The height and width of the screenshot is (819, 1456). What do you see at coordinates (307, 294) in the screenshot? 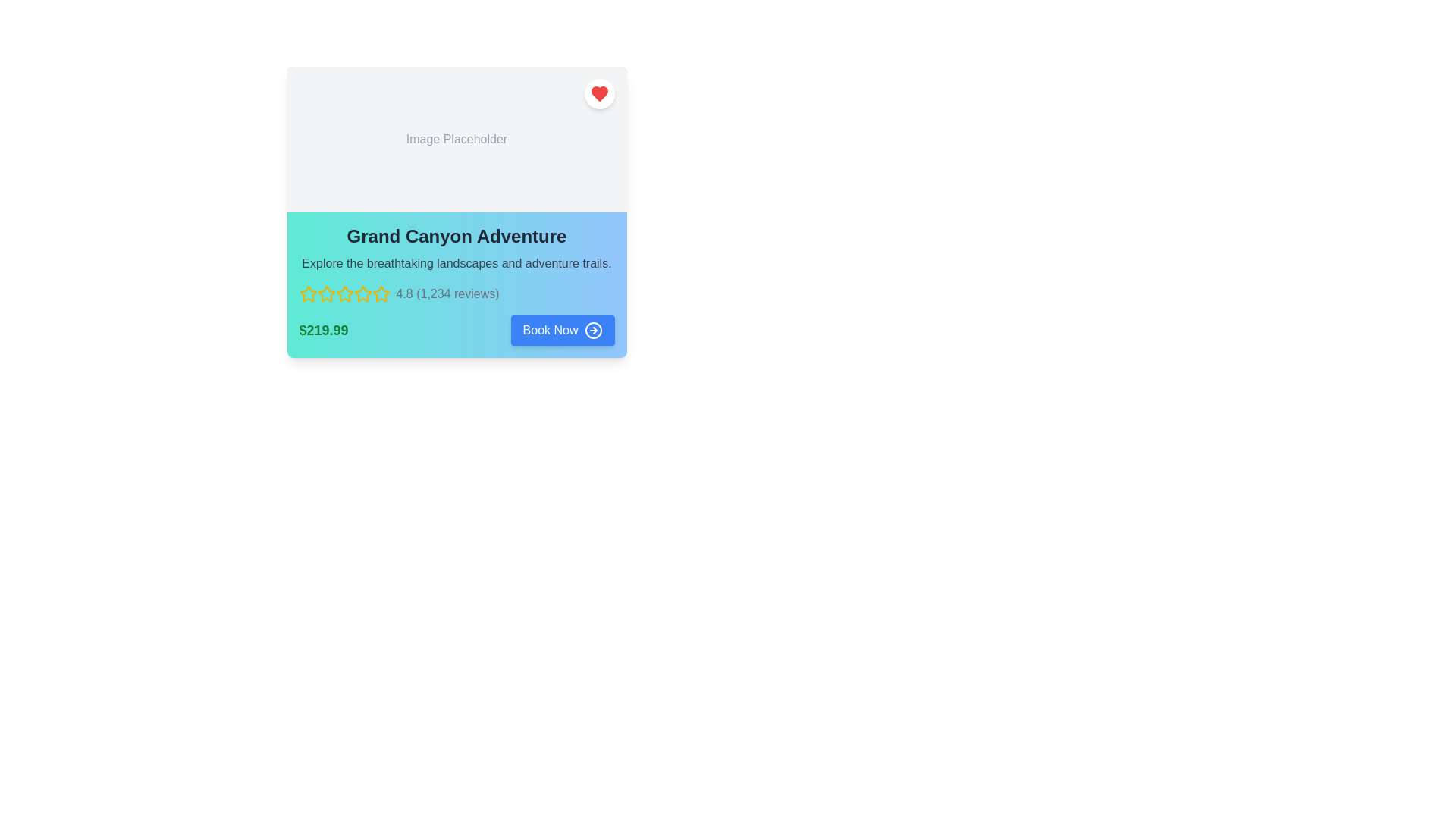
I see `the first star icon in the rating system for 'Grand Canyon Adventure', which is positioned beneath the title text and next to the numeric rating` at bounding box center [307, 294].